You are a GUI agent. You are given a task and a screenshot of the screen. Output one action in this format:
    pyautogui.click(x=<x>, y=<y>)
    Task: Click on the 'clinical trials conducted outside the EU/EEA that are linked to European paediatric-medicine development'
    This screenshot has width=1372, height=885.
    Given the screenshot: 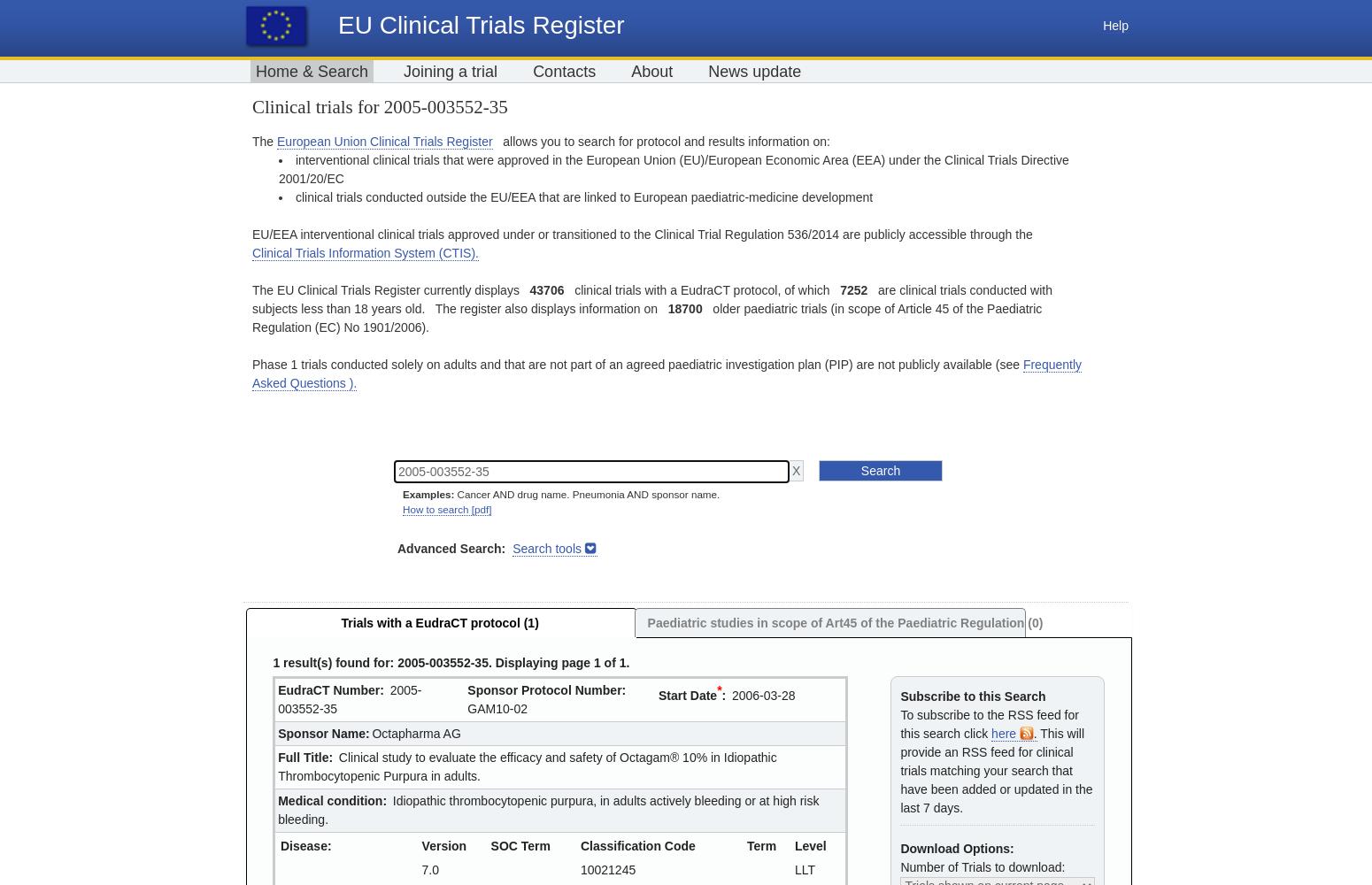 What is the action you would take?
    pyautogui.click(x=582, y=196)
    